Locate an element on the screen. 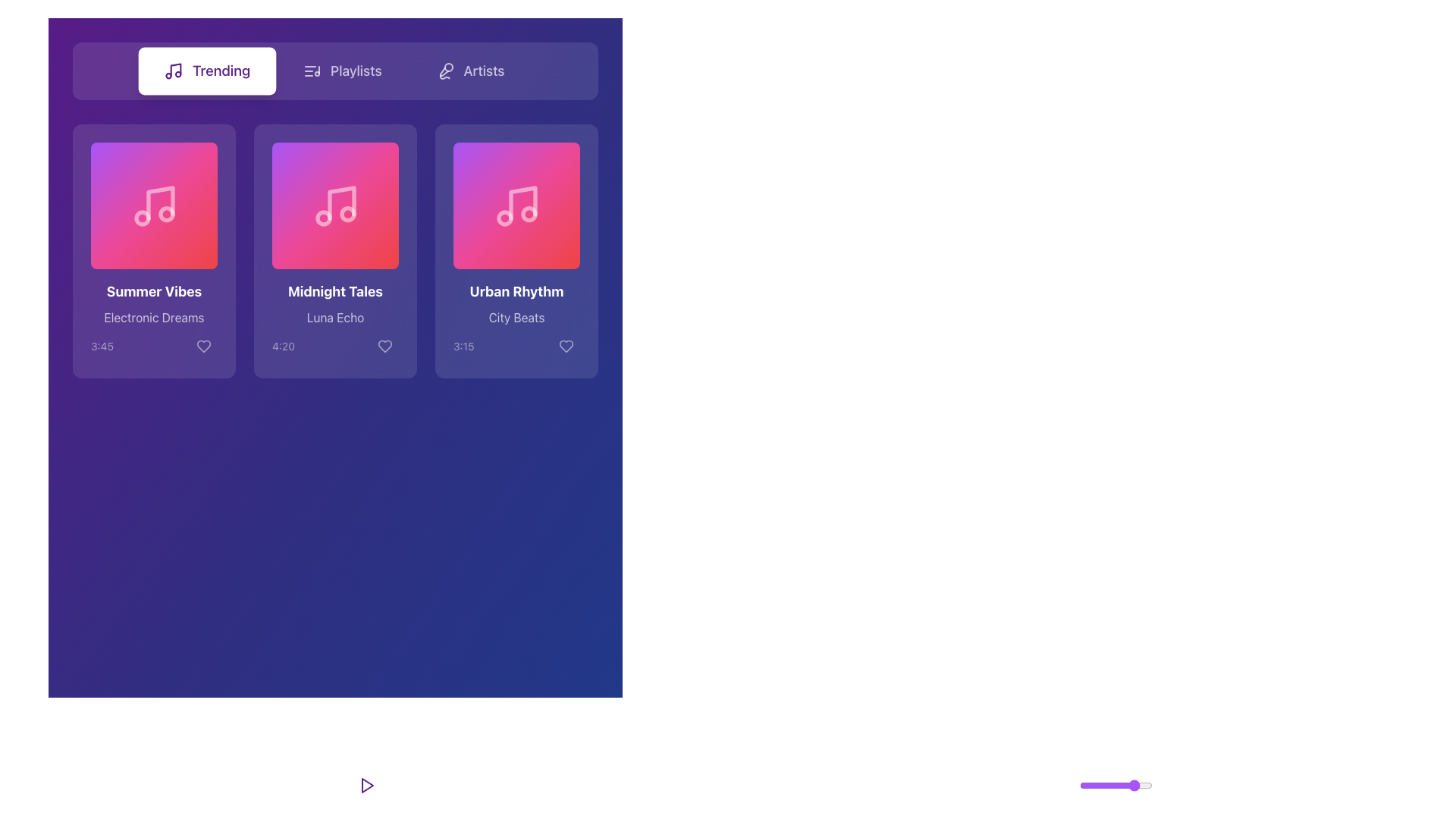 This screenshot has width=1456, height=819. the musical note icon with a thin outline, styled in white with light opacity, located in the second card from the left in the 'Trending' section is located at coordinates (334, 206).